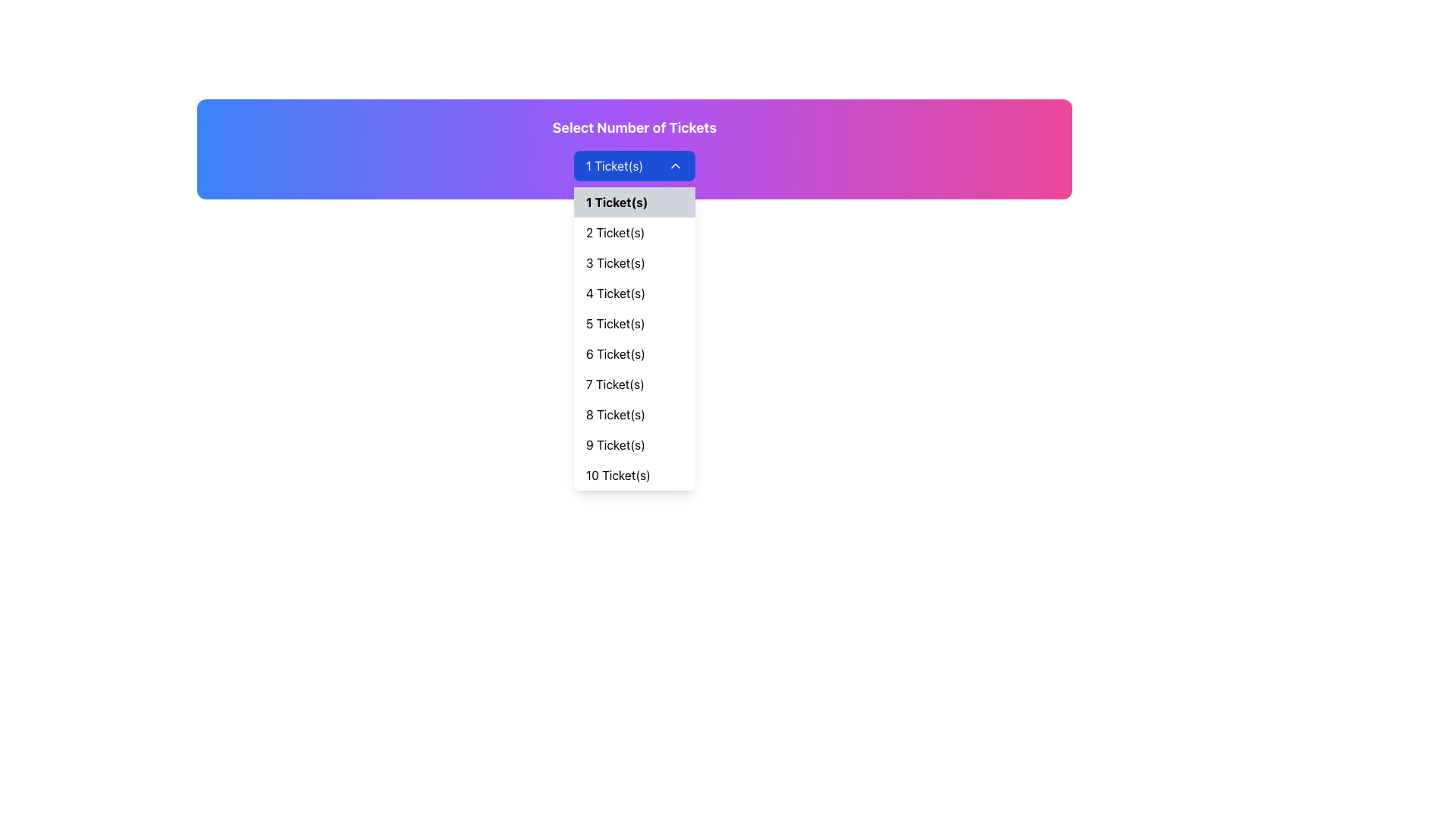  Describe the element at coordinates (634, 323) in the screenshot. I see `the fifth selectable list option labeled '5 Ticket(s)' in the dropdown list for highlighting` at that location.